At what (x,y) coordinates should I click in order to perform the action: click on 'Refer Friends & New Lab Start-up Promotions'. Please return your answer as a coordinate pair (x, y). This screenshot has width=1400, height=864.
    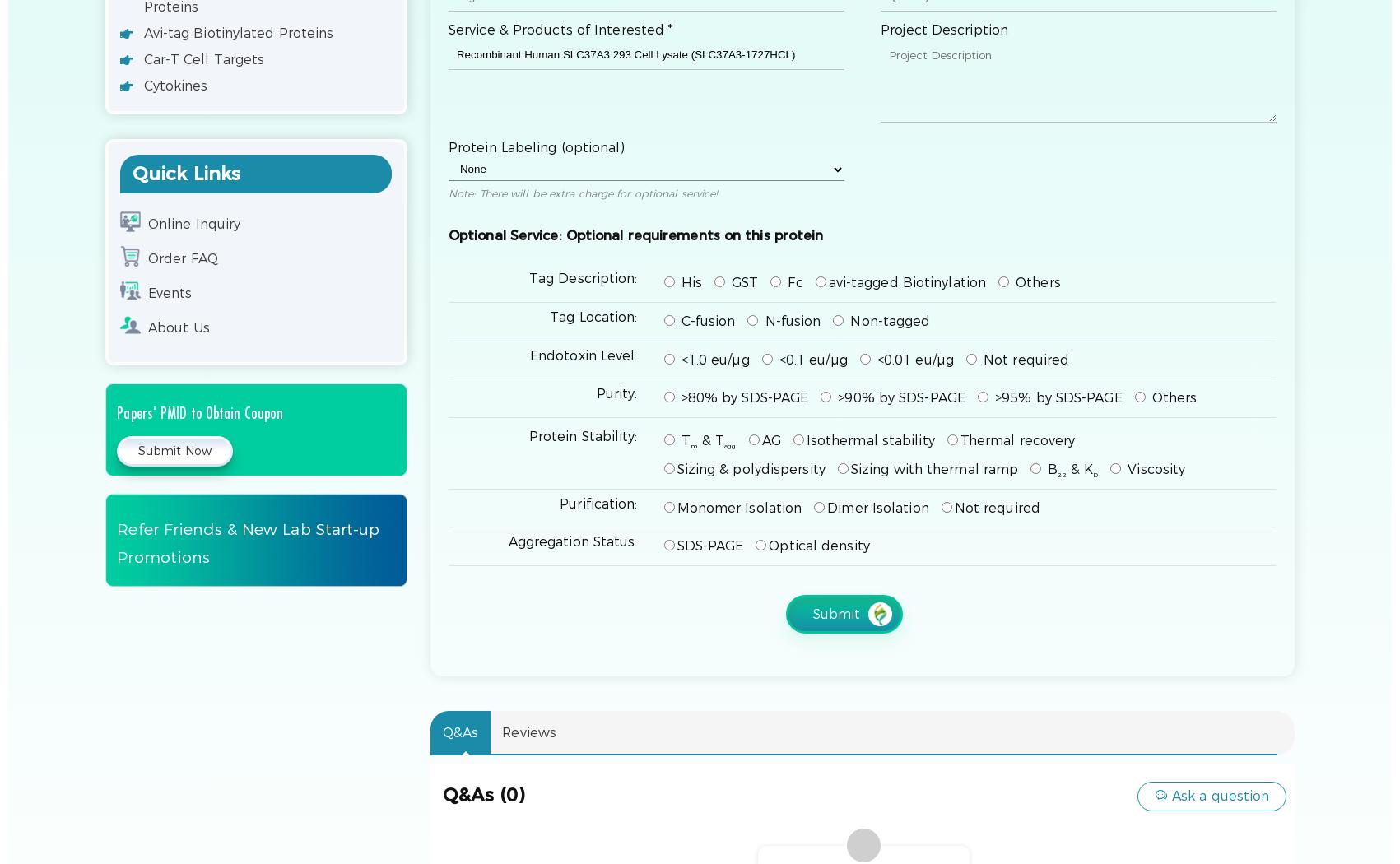
    Looking at the image, I should click on (248, 541).